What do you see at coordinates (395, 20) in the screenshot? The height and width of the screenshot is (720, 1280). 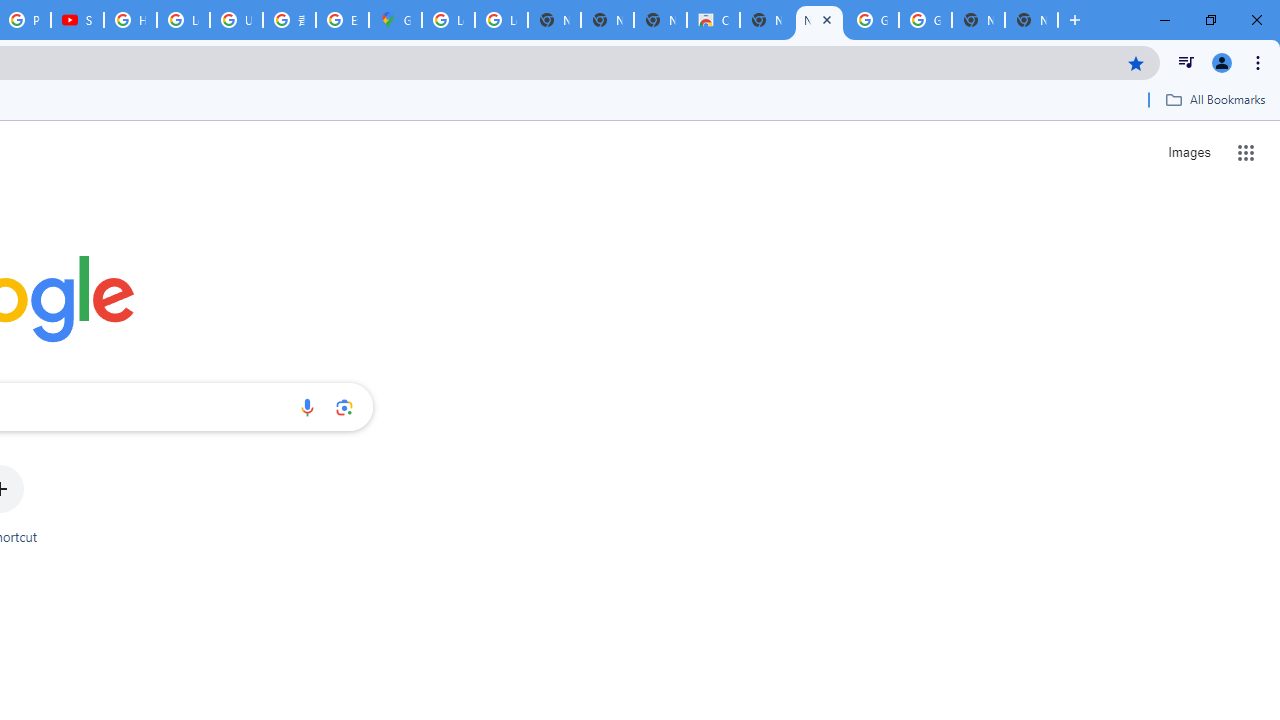 I see `'Google Maps'` at bounding box center [395, 20].